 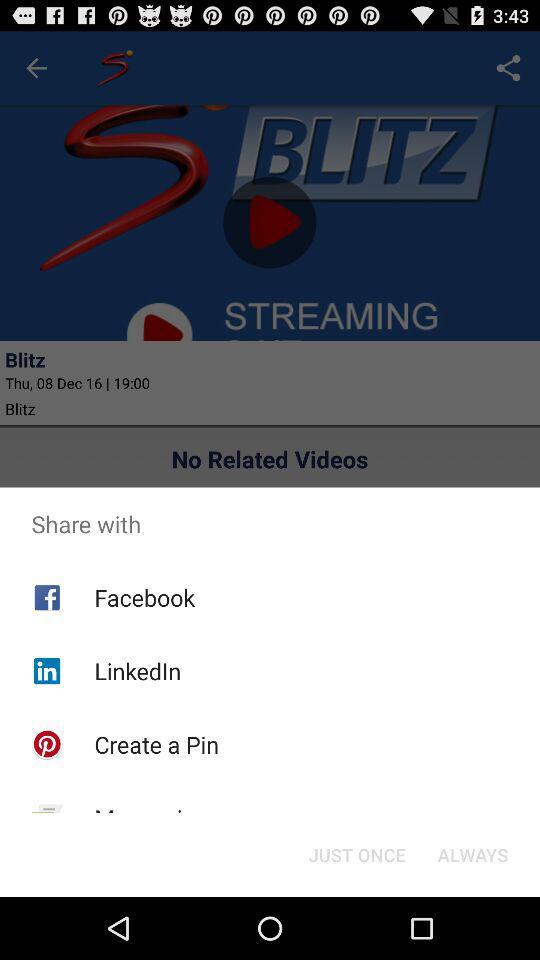 What do you see at coordinates (150, 818) in the screenshot?
I see `the icon next to just once` at bounding box center [150, 818].